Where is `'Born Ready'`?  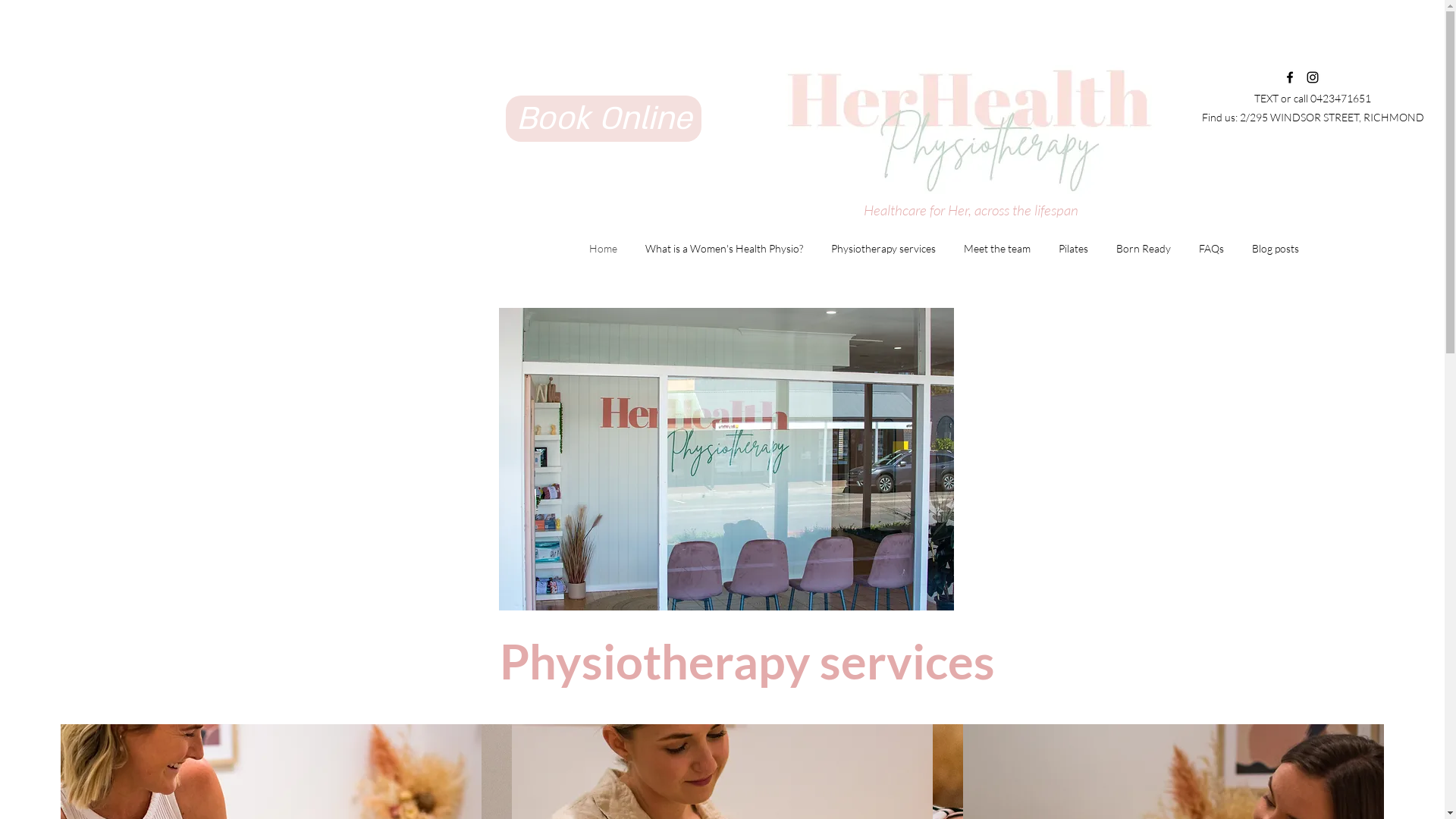
'Born Ready' is located at coordinates (1143, 247).